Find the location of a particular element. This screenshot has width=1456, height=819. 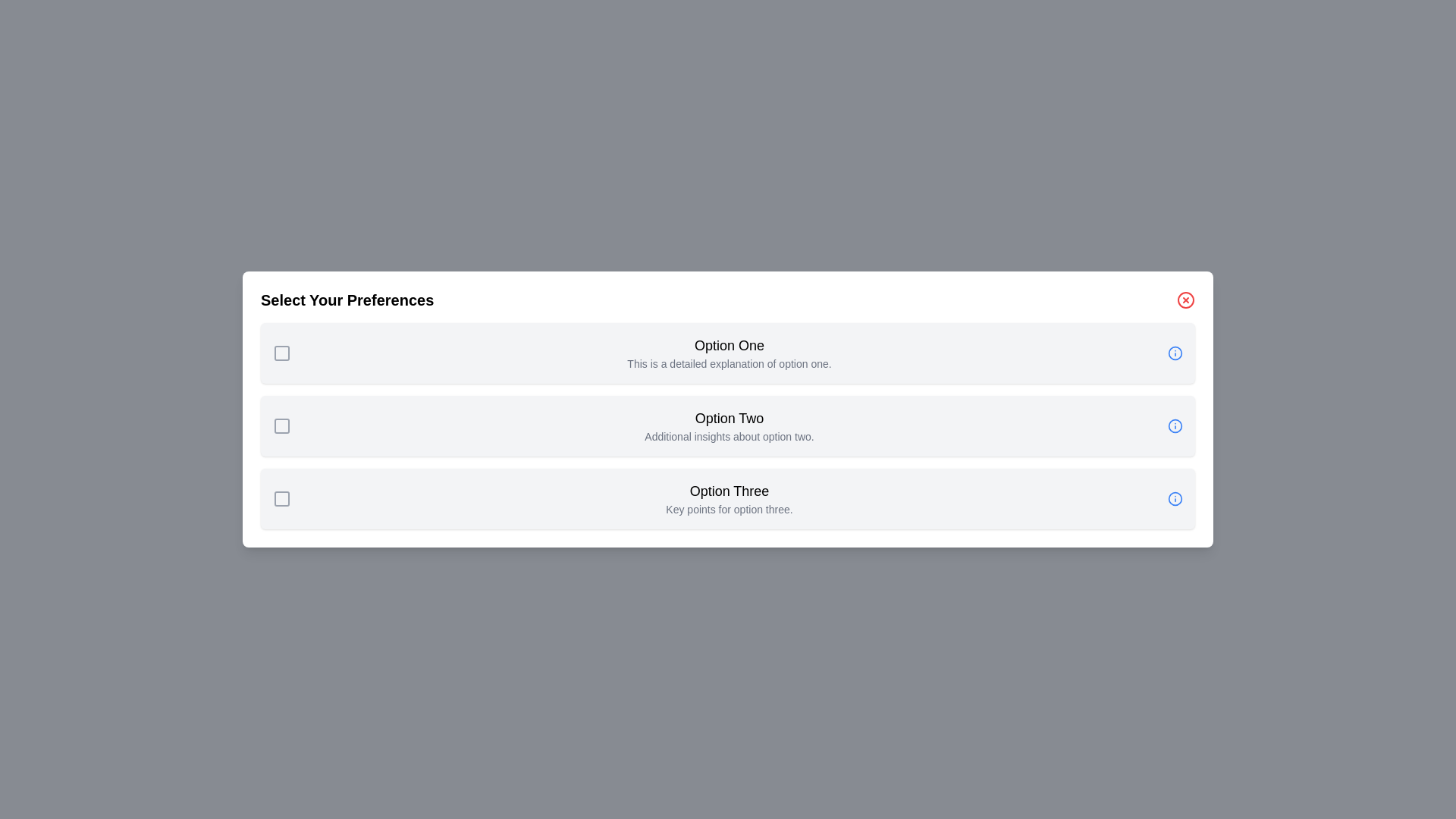

the third text label that provides information about the third selectable option to read the description is located at coordinates (729, 499).